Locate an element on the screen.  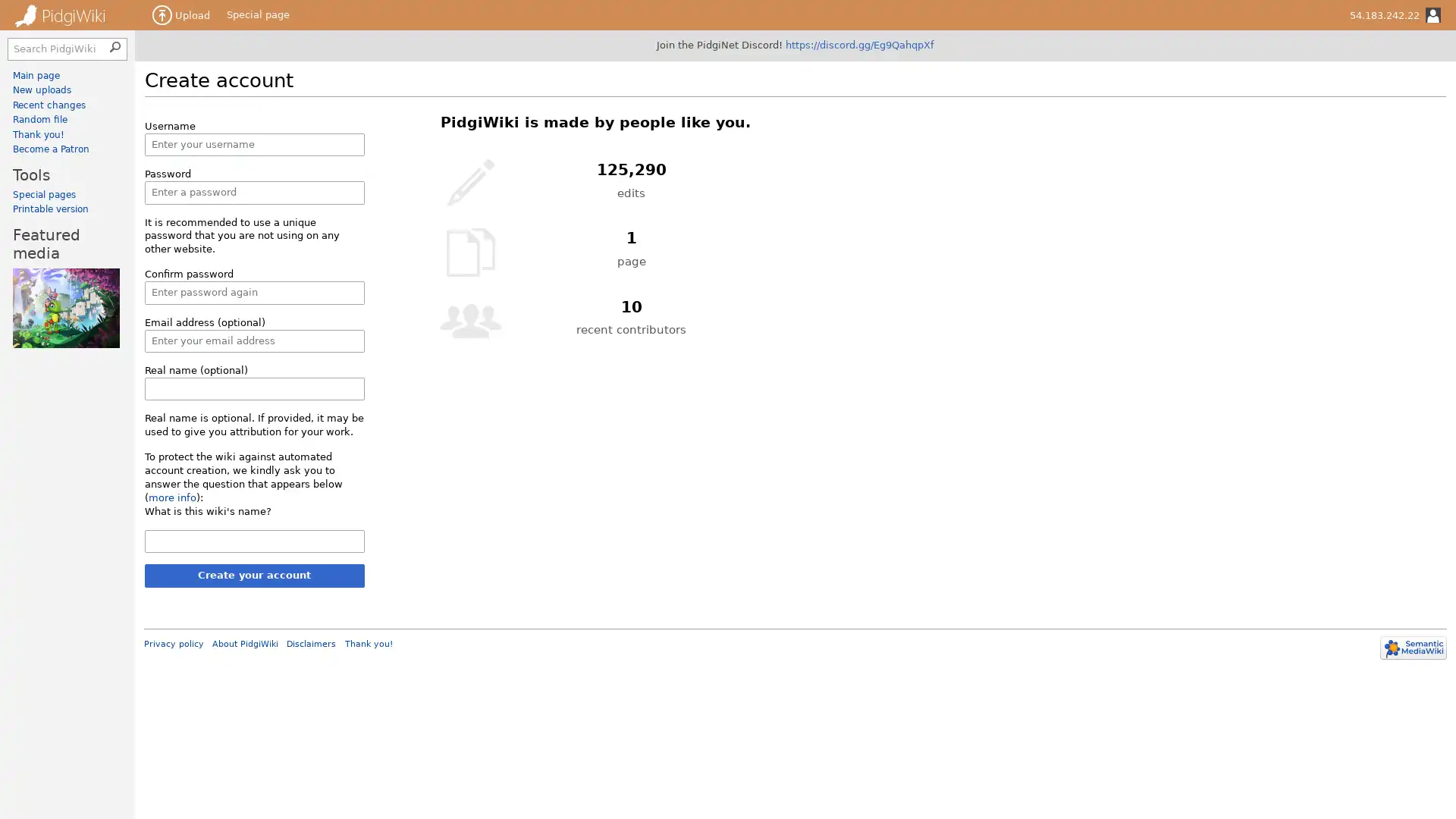
Search is located at coordinates (116, 45).